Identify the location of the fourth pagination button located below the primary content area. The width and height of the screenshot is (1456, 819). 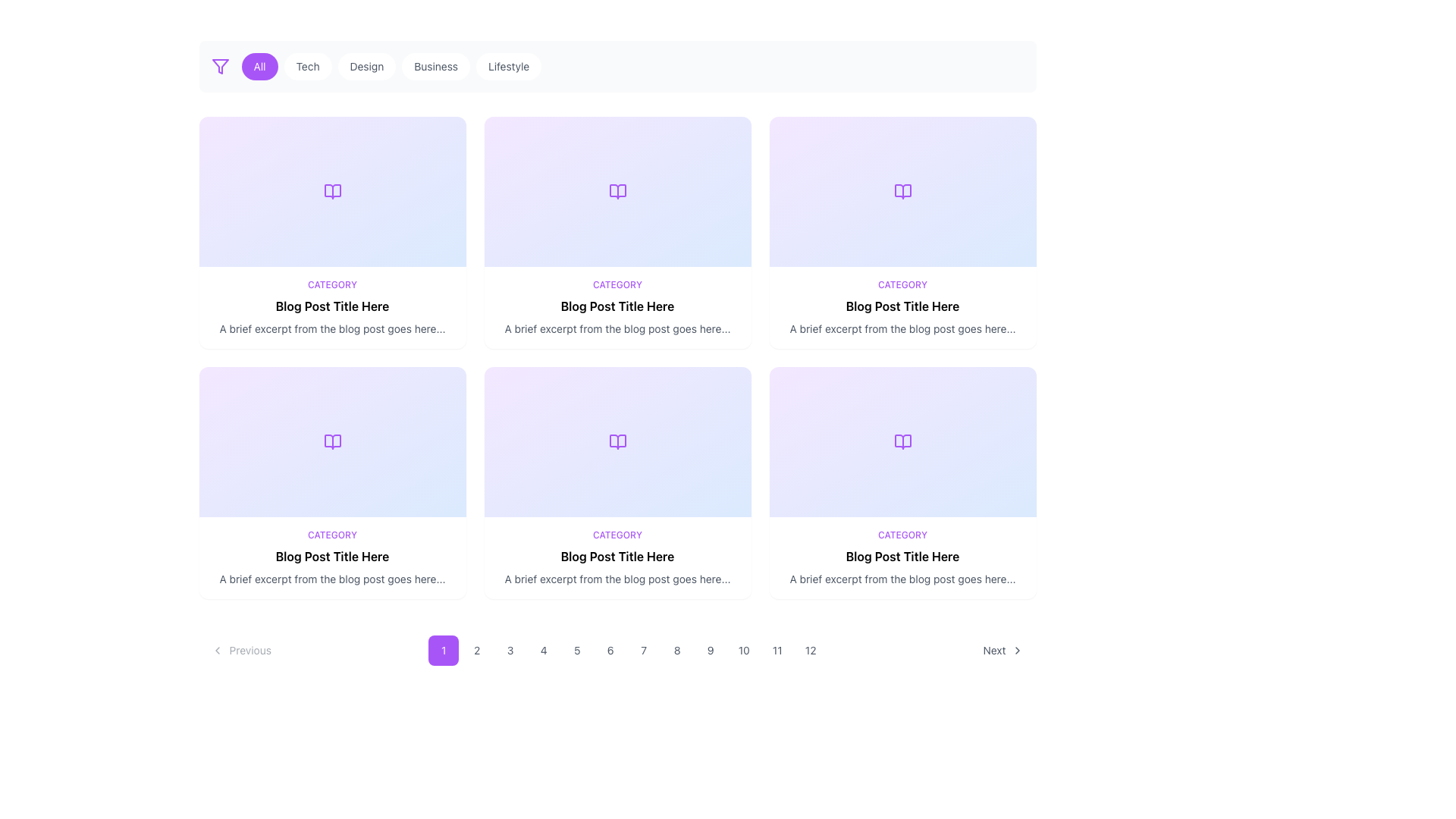
(544, 649).